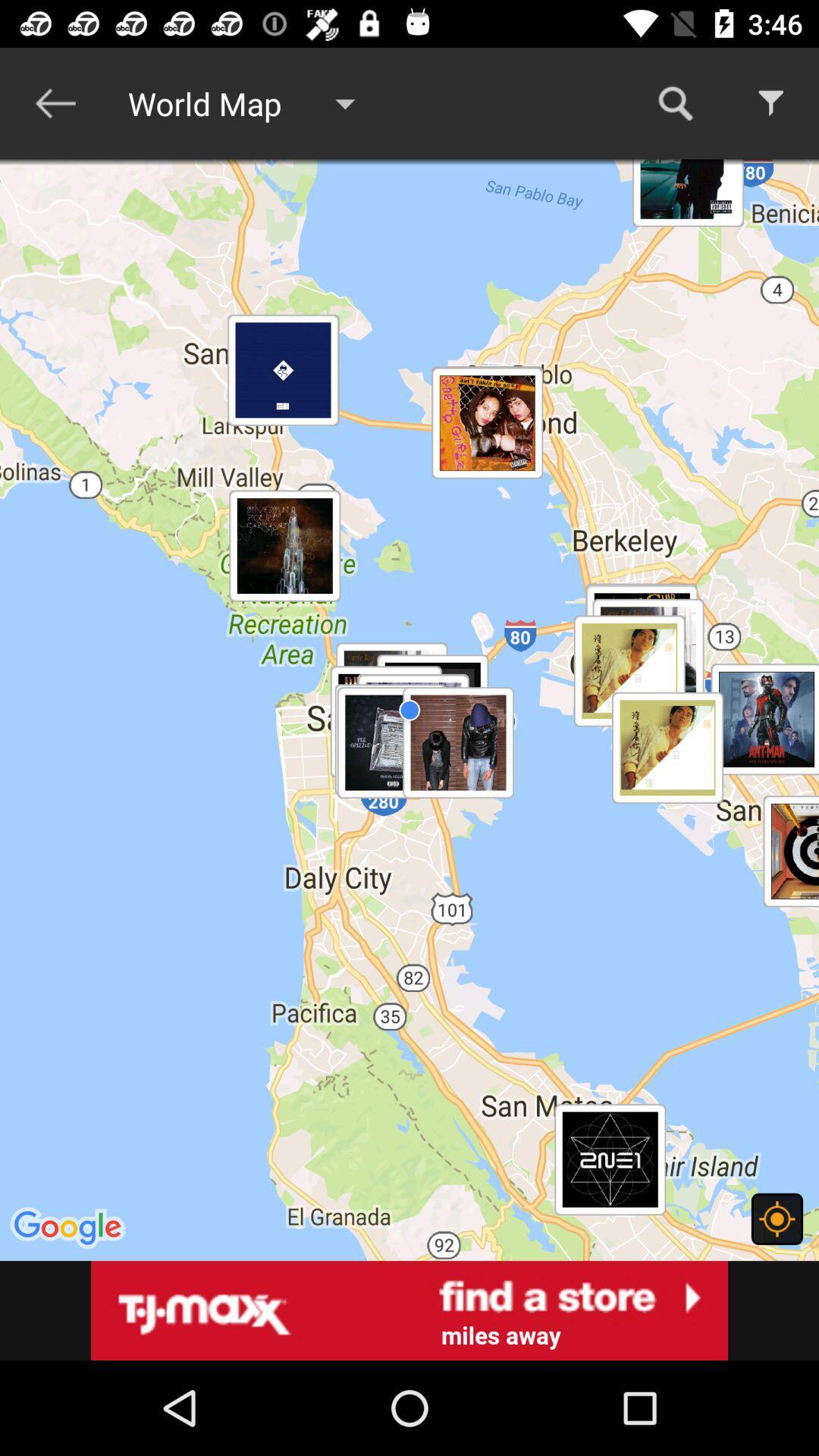 The width and height of the screenshot is (819, 1456). What do you see at coordinates (409, 1310) in the screenshot?
I see `tj maxx website` at bounding box center [409, 1310].